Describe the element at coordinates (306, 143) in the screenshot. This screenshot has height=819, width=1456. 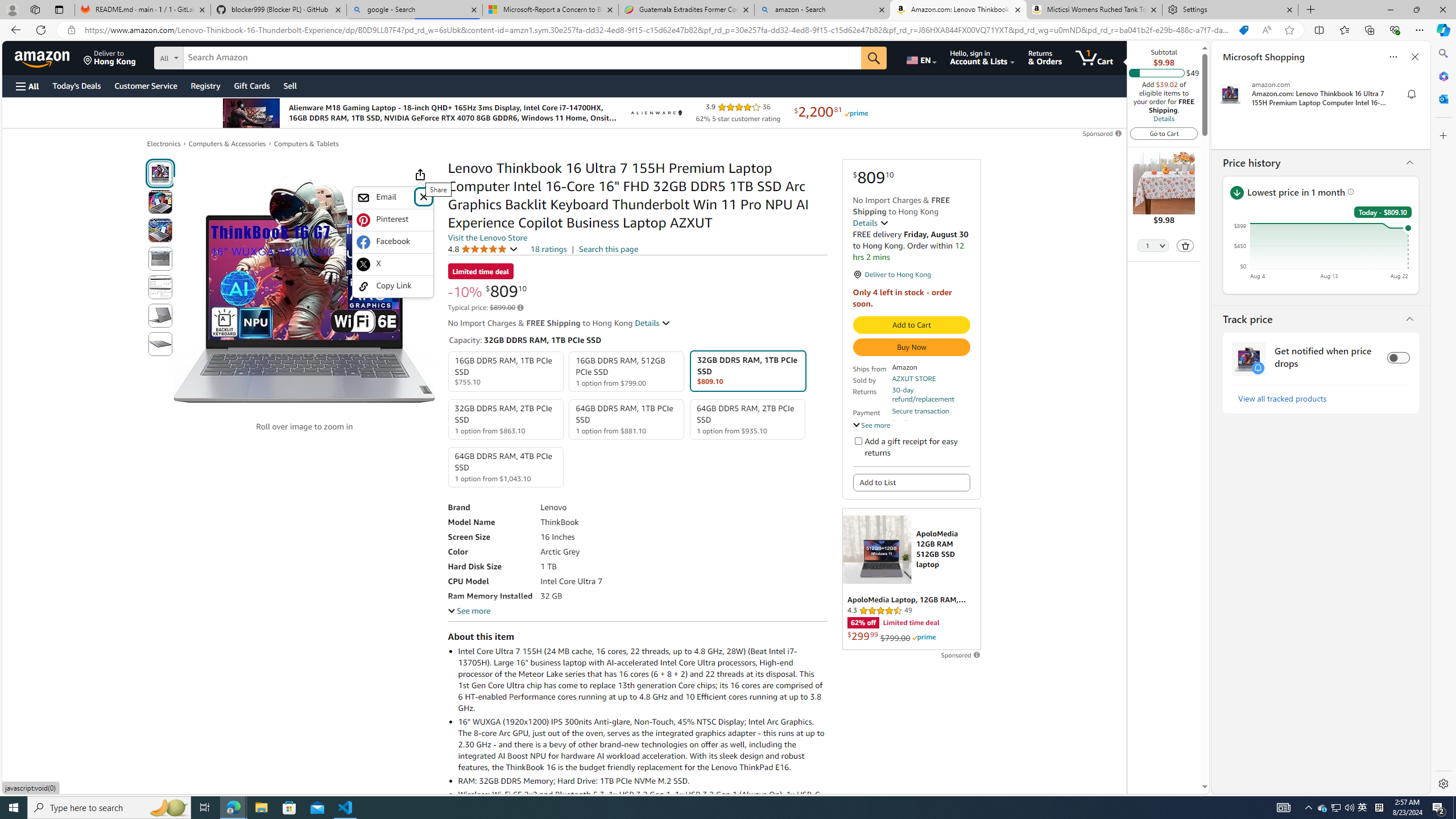
I see `'Computers & Tablets'` at that location.